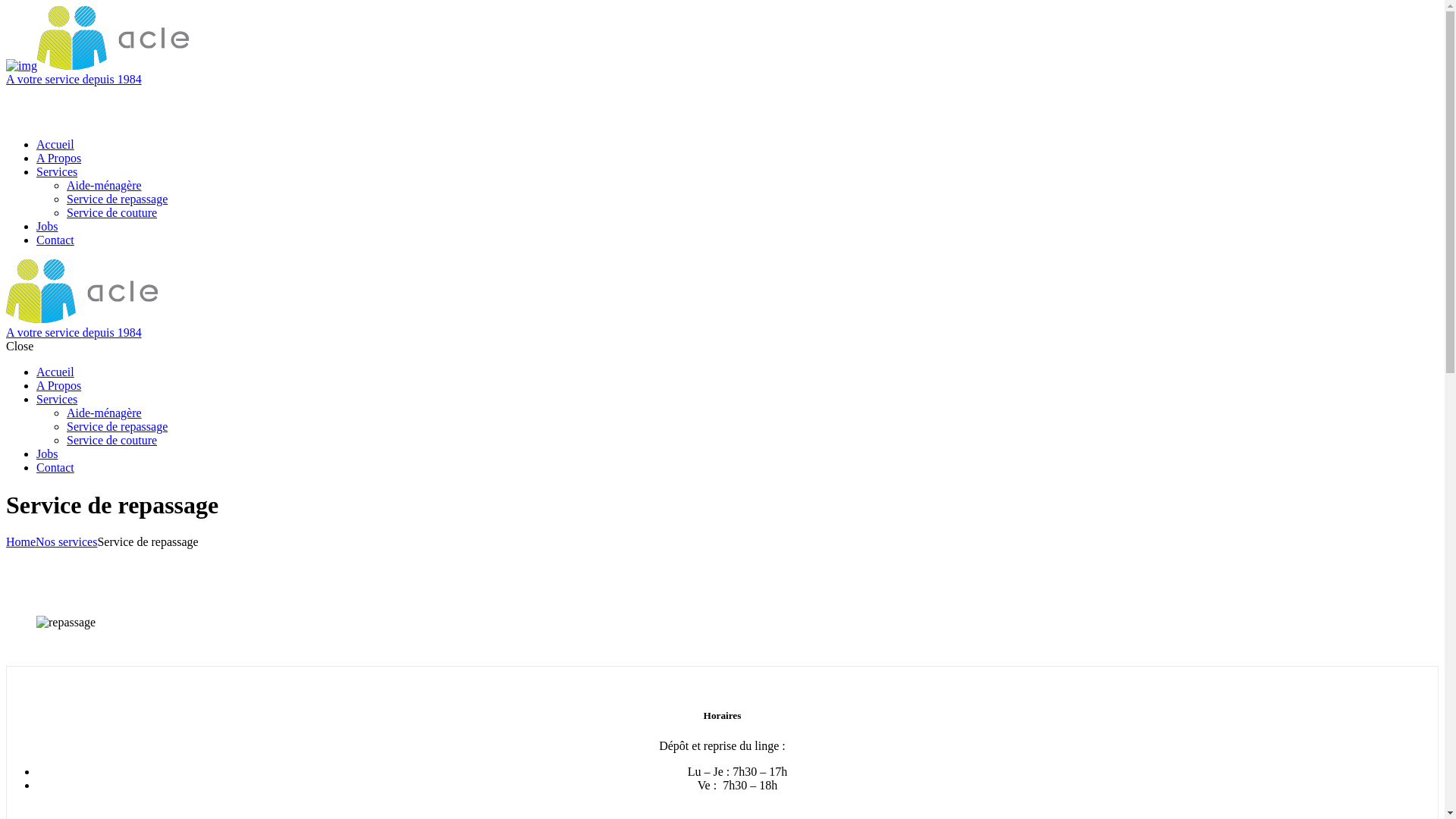 This screenshot has width=1456, height=819. What do you see at coordinates (55, 466) in the screenshot?
I see `'Contact'` at bounding box center [55, 466].